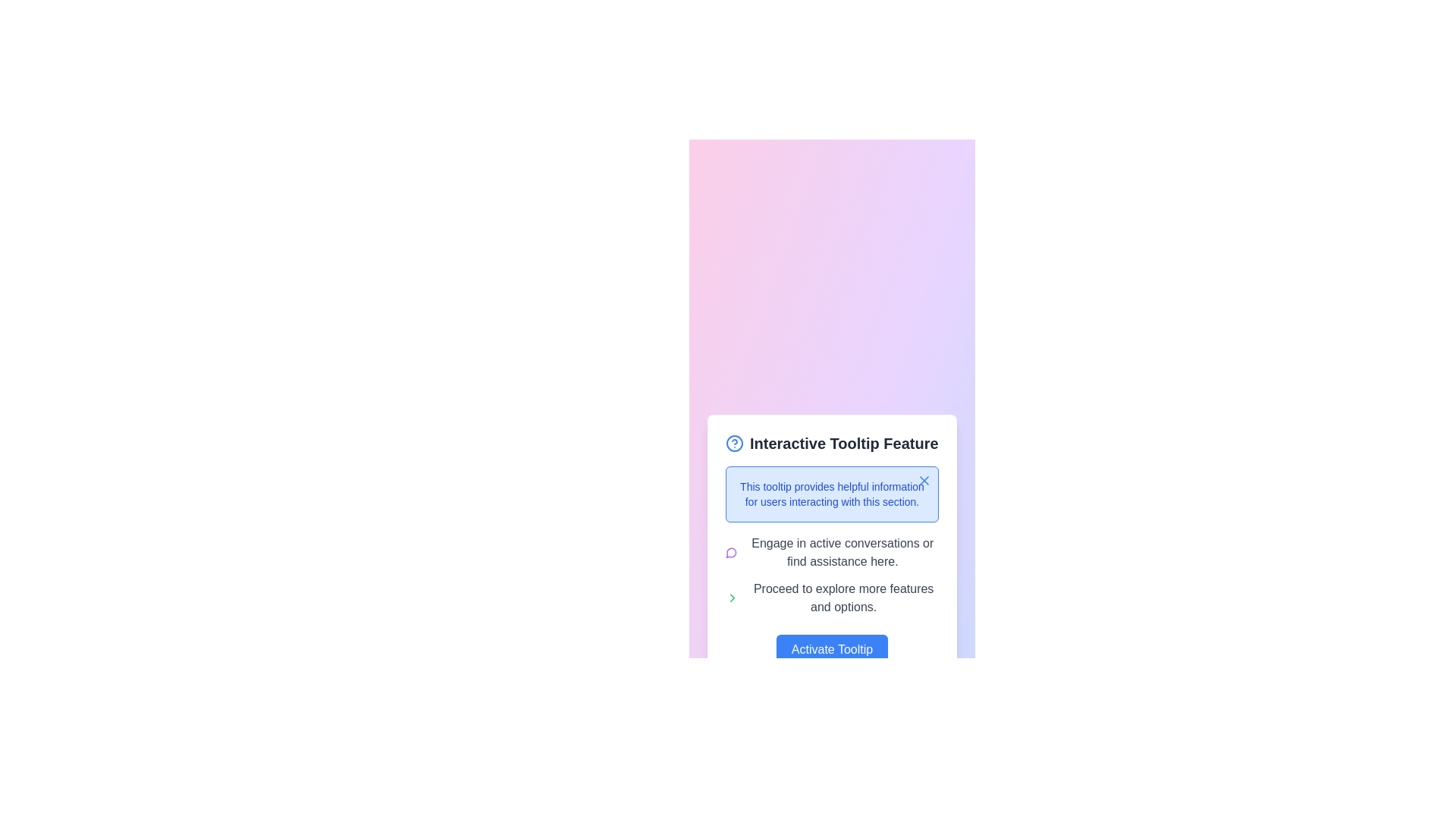 The width and height of the screenshot is (1456, 819). Describe the element at coordinates (843, 444) in the screenshot. I see `the Heading text or label located in the upper section of the card-like structure, which provides a summary or name for the content below it` at that location.